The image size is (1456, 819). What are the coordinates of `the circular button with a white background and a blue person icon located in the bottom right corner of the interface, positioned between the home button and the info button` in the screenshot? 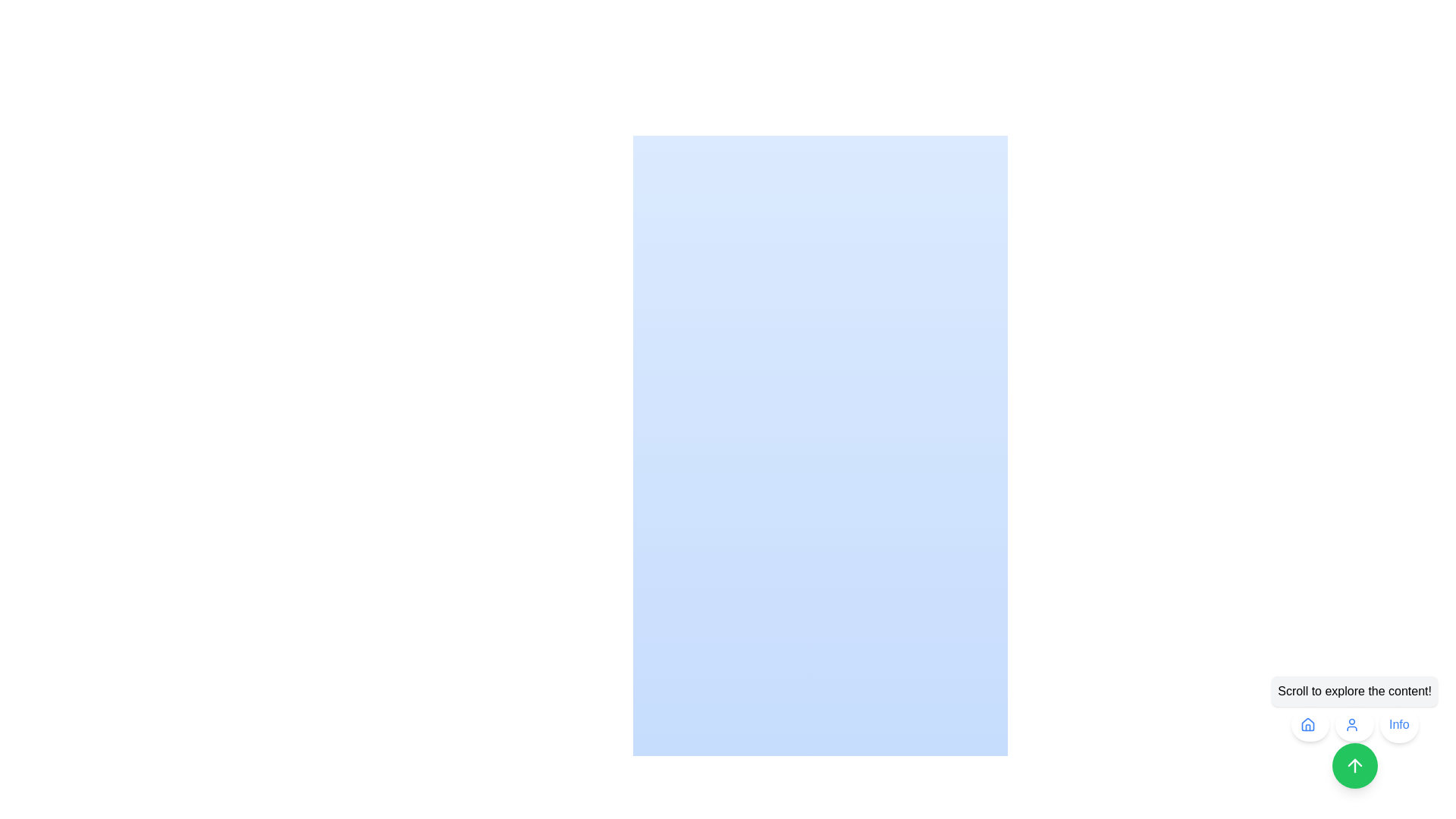 It's located at (1354, 724).